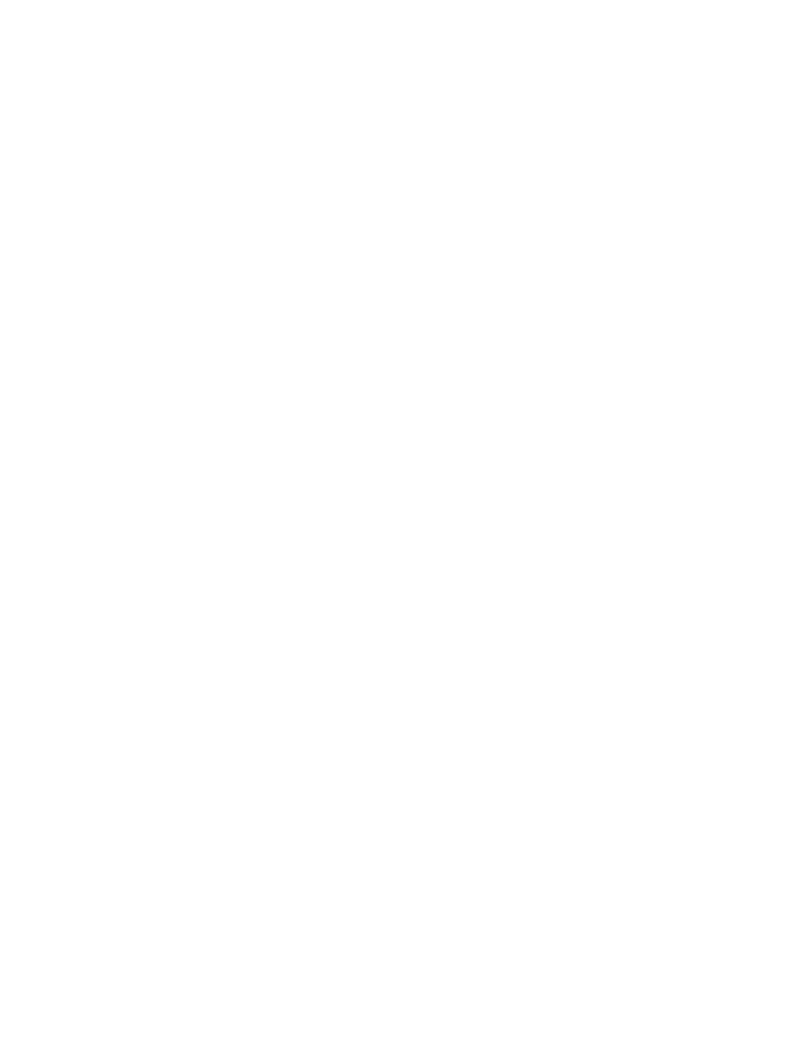 Image resolution: width=800 pixels, height=1038 pixels. What do you see at coordinates (231, 1017) in the screenshot?
I see `'Twitter'` at bounding box center [231, 1017].